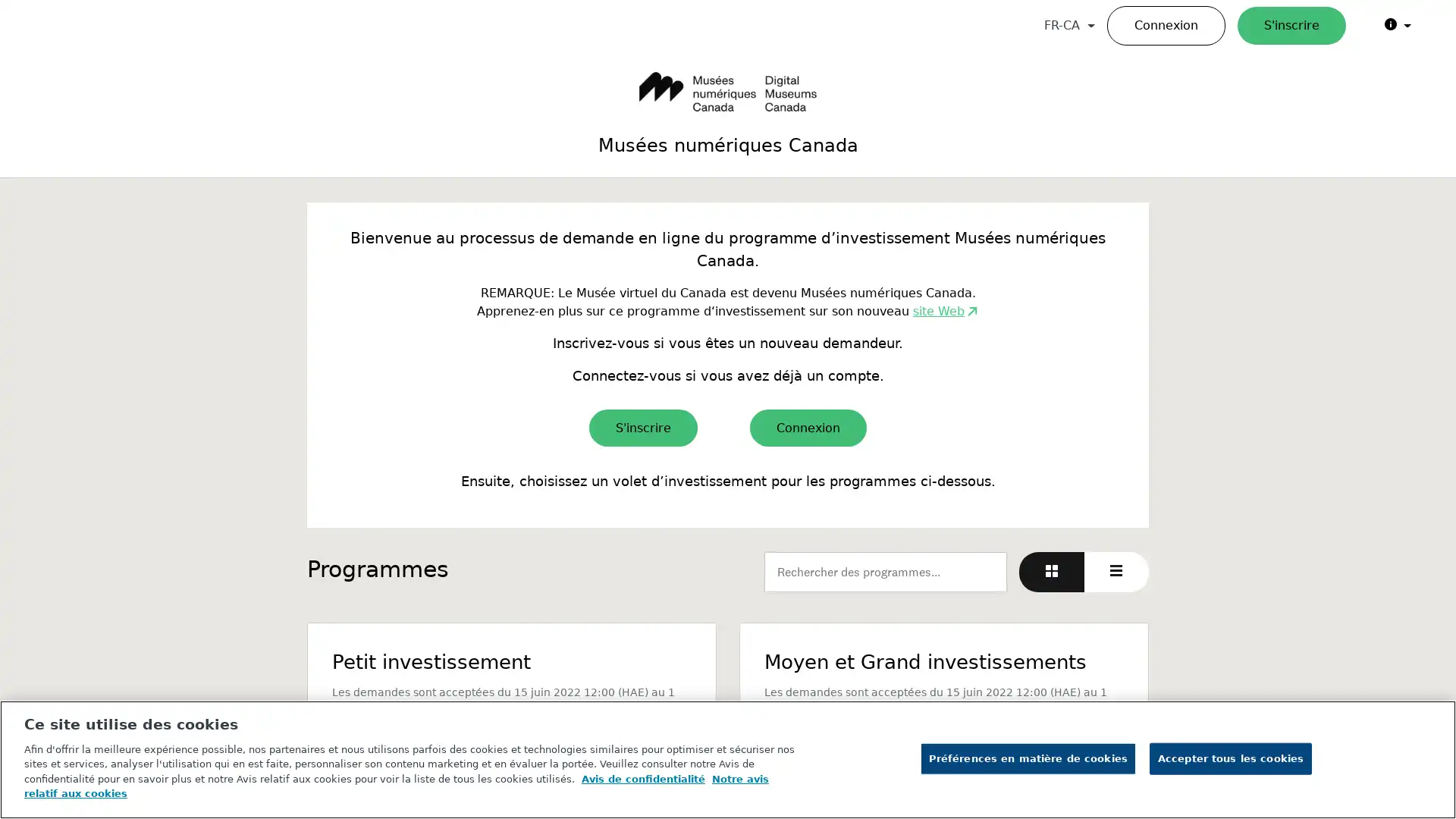 The width and height of the screenshot is (1456, 819). What do you see at coordinates (1116, 572) in the screenshot?
I see `Activer/desactiver la vue de liste` at bounding box center [1116, 572].